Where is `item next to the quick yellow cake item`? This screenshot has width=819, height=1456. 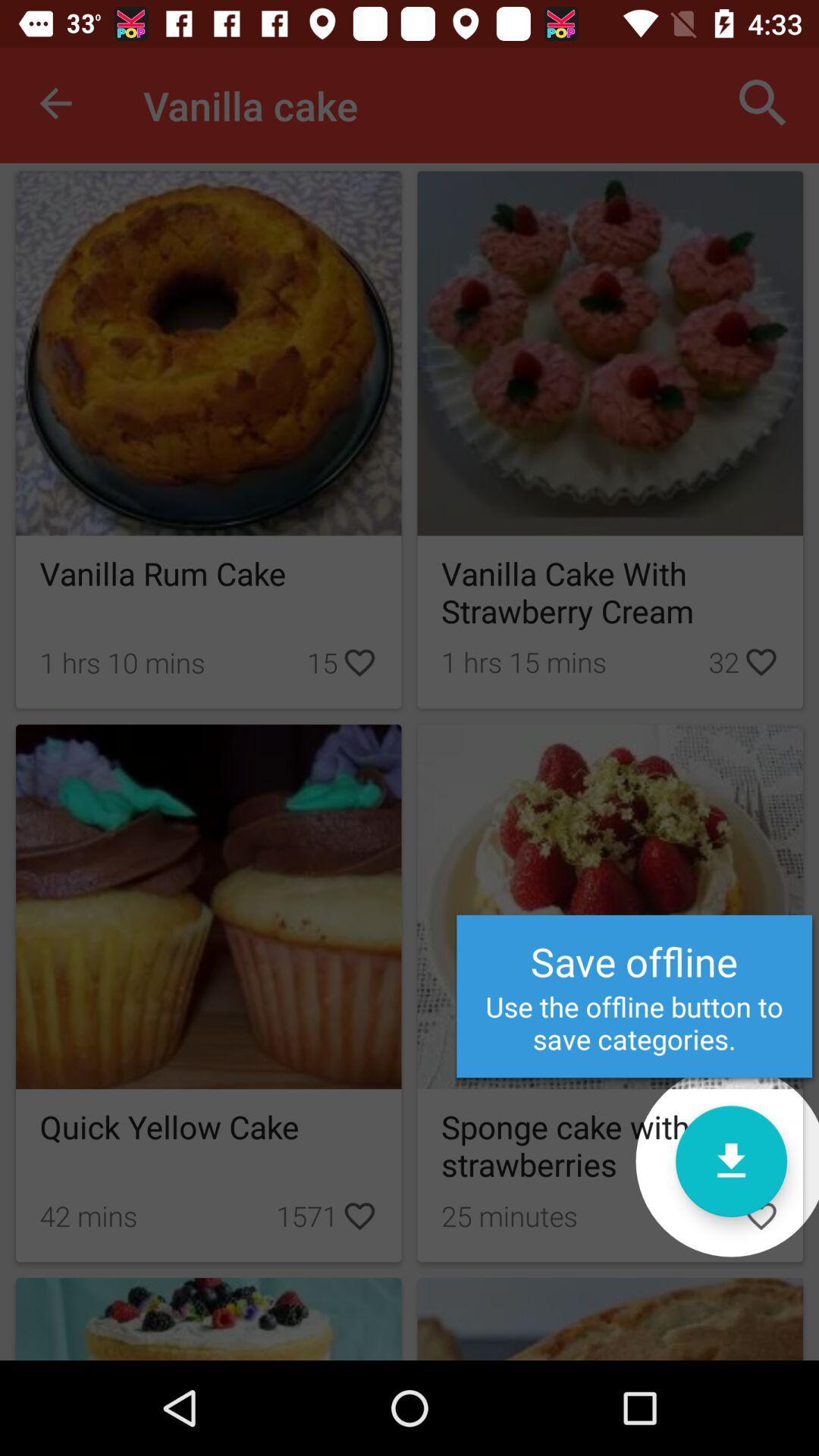 item next to the quick yellow cake item is located at coordinates (730, 1160).